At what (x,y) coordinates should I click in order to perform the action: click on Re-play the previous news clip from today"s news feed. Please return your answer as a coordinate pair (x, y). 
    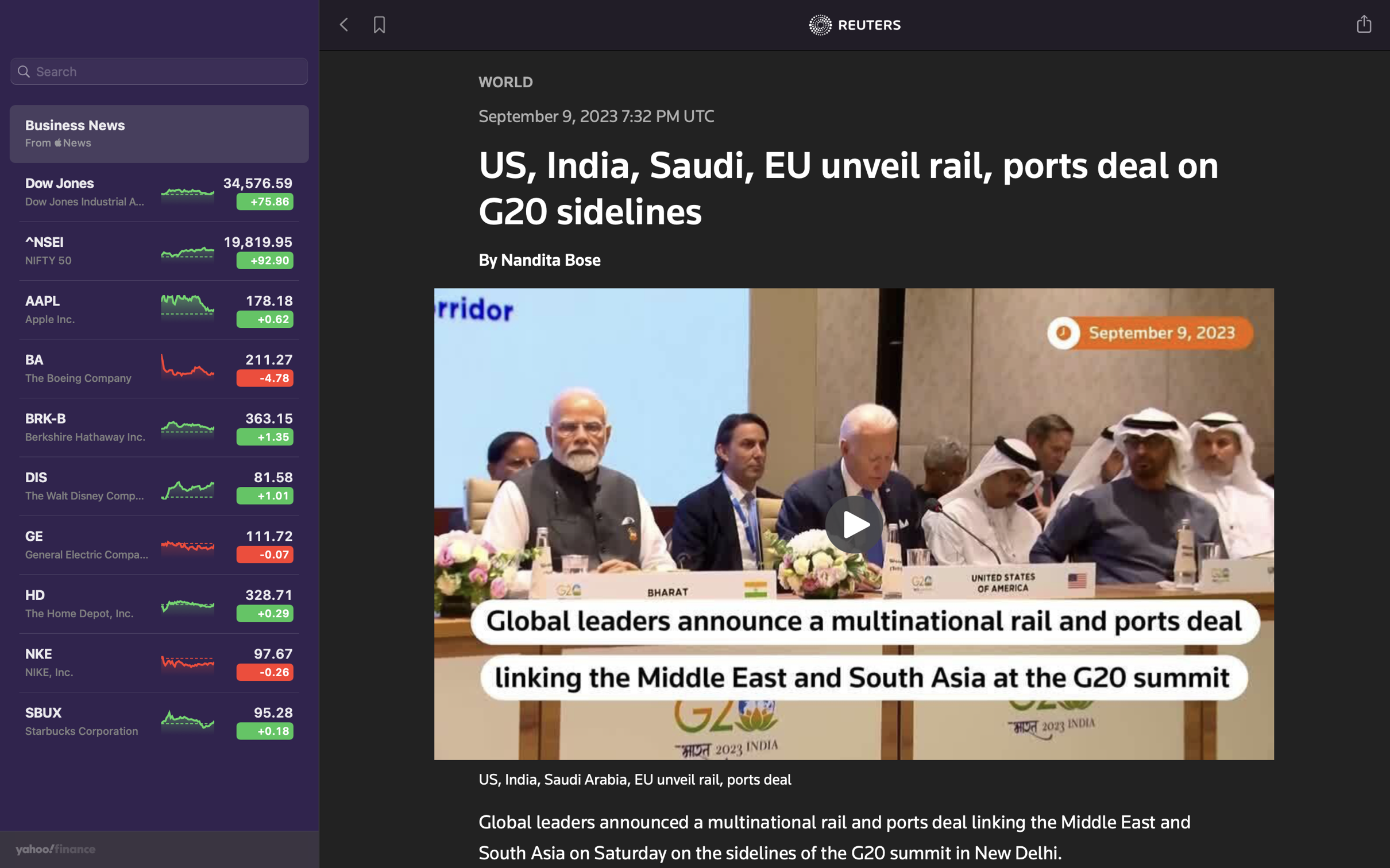
    Looking at the image, I should click on (855, 522).